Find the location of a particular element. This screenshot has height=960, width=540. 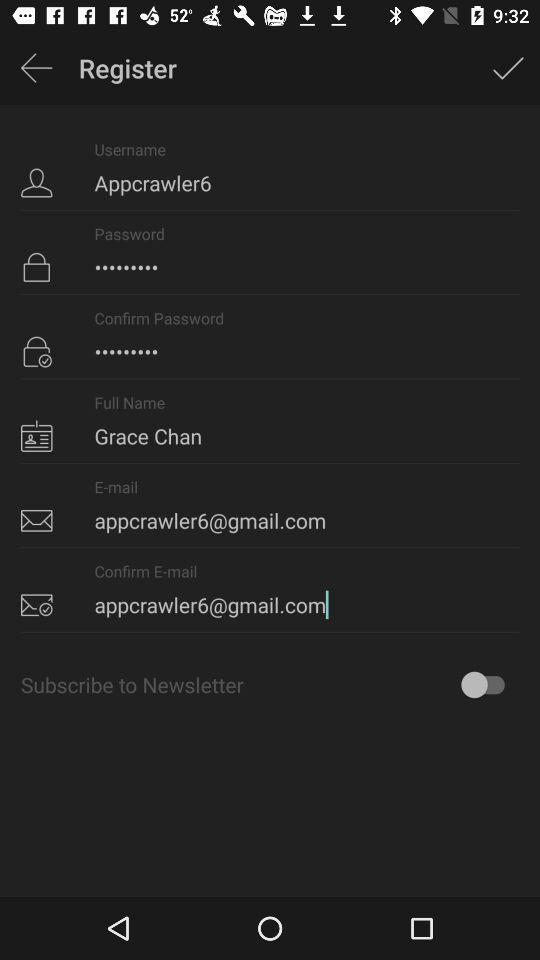

icon above the appcrawler6 item is located at coordinates (36, 68).